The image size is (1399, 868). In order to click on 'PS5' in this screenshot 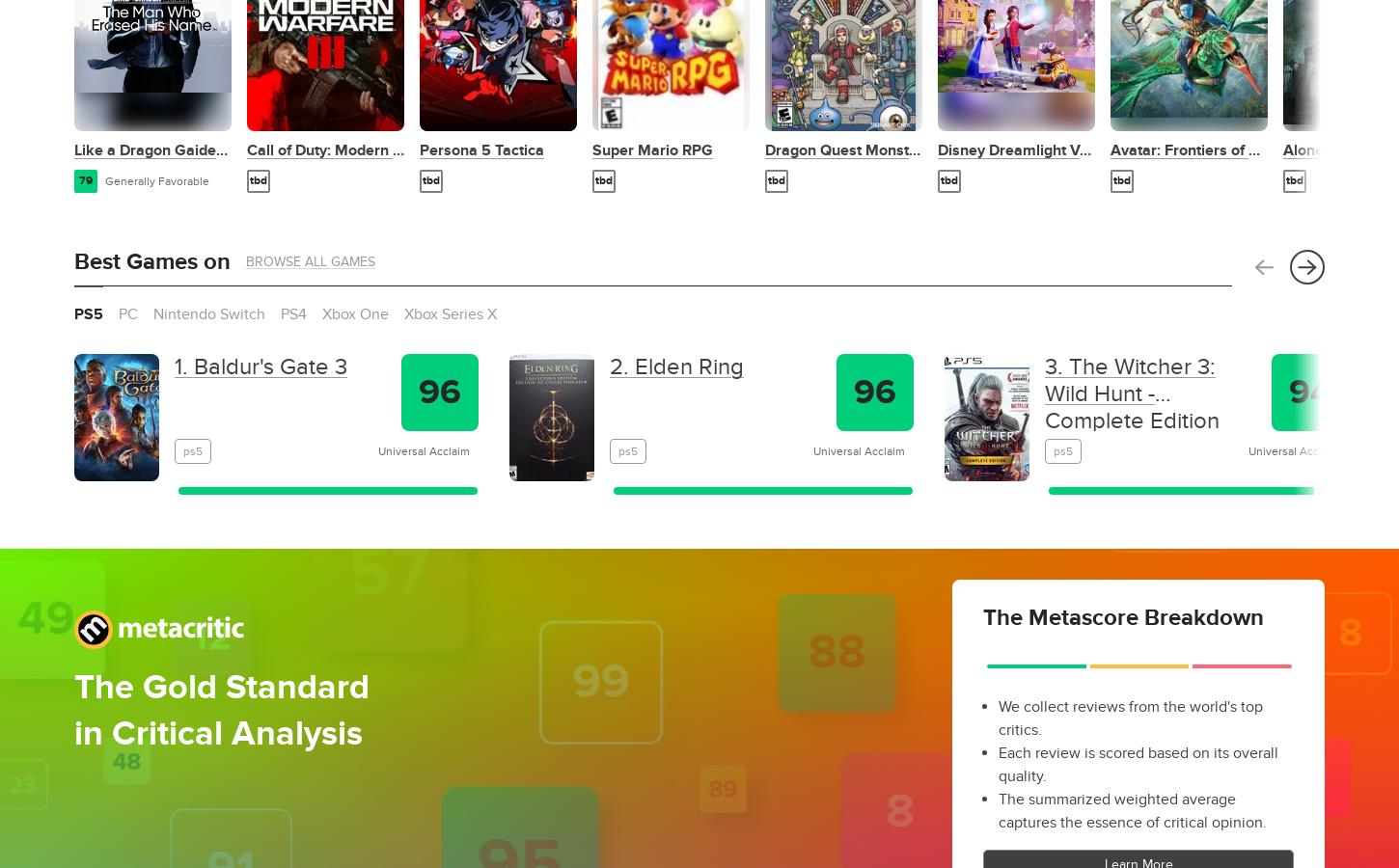, I will do `click(88, 312)`.